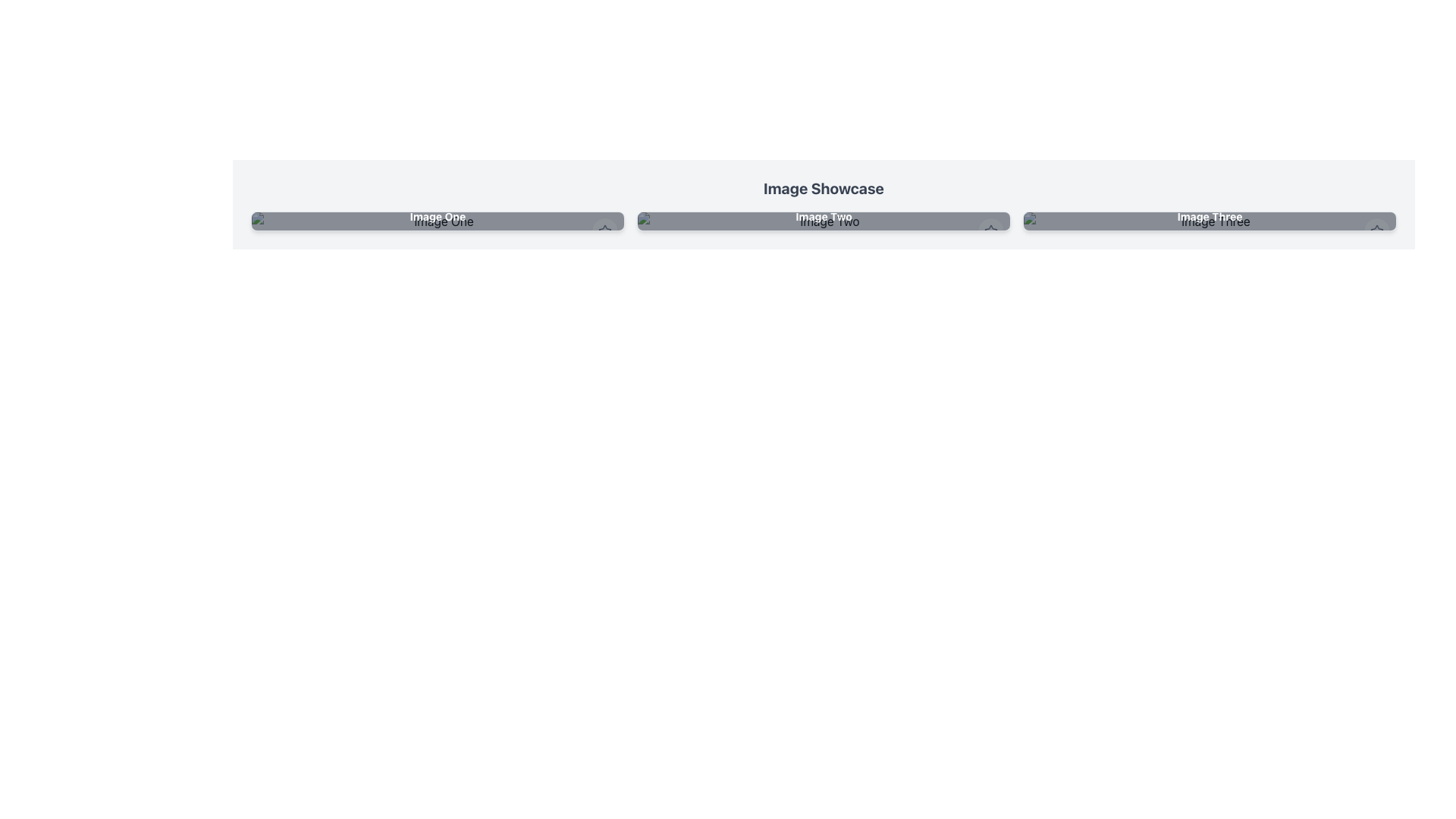 This screenshot has height=819, width=1456. Describe the element at coordinates (1376, 231) in the screenshot. I see `the round button with a white background and a gray star icon located in the top-right corner of the card labeled 'Image Three'` at that location.